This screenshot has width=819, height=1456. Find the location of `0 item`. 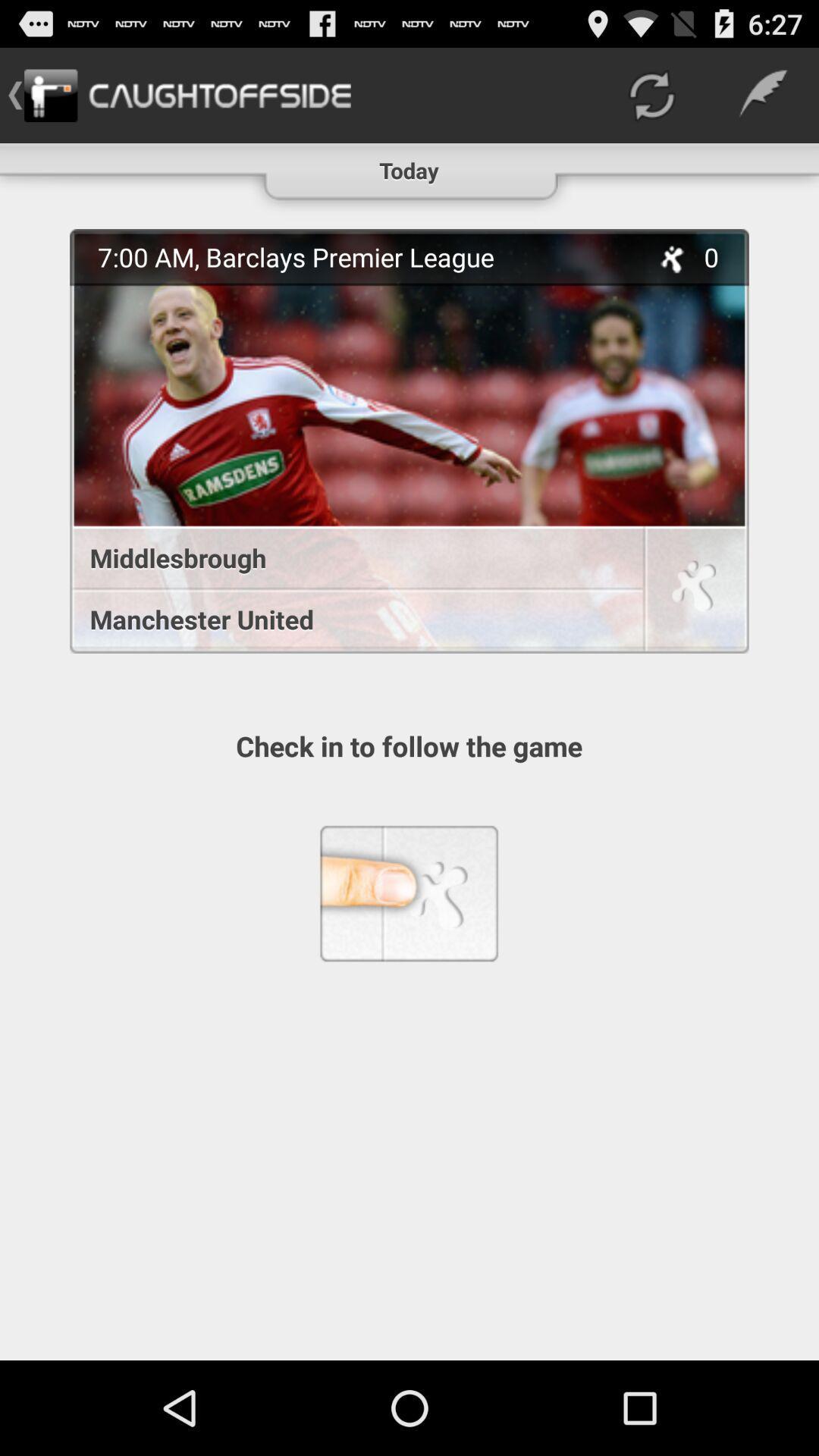

0 item is located at coordinates (720, 257).